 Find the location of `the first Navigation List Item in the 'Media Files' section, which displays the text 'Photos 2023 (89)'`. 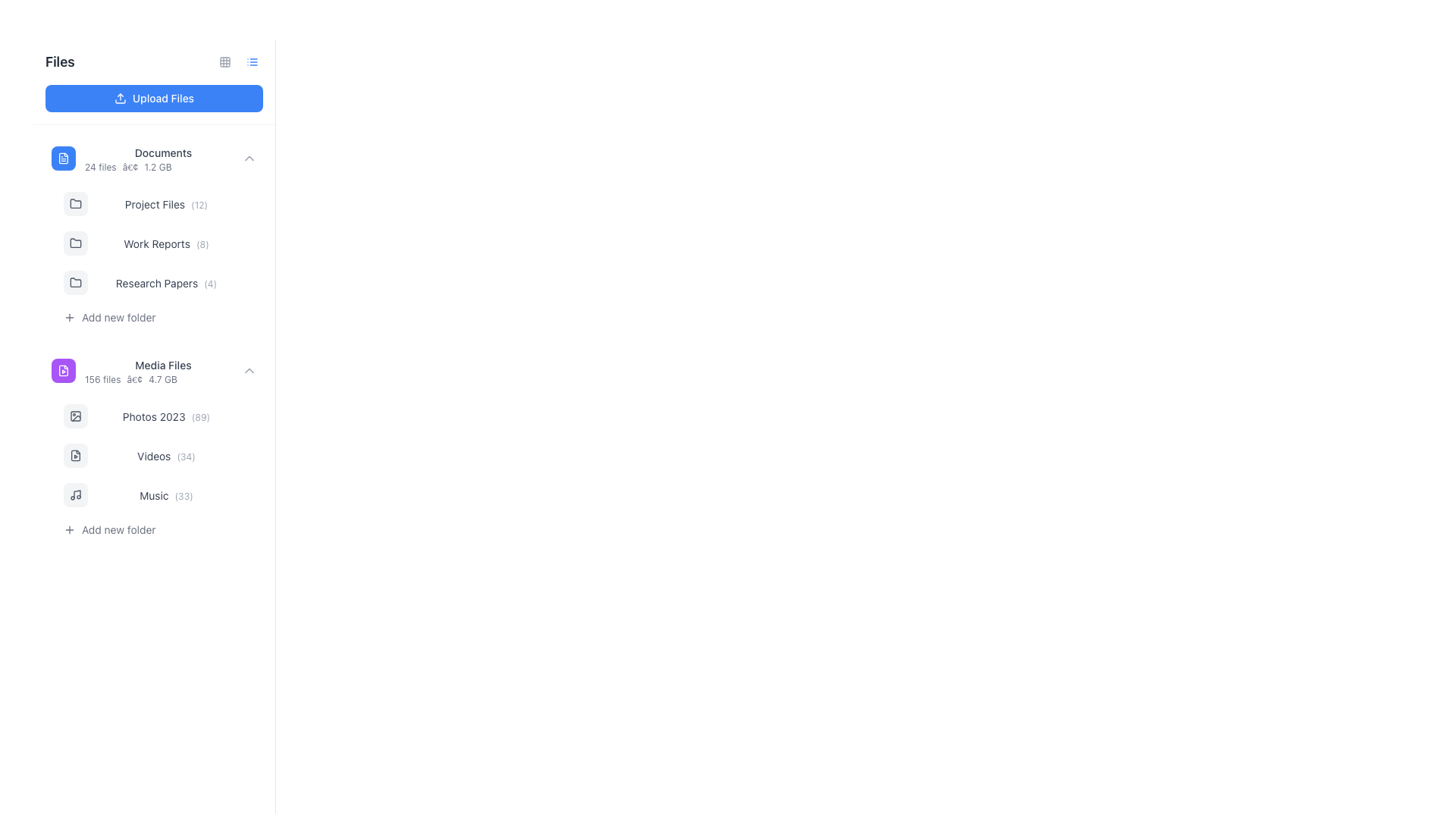

the first Navigation List Item in the 'Media Files' section, which displays the text 'Photos 2023 (89)' is located at coordinates (160, 416).